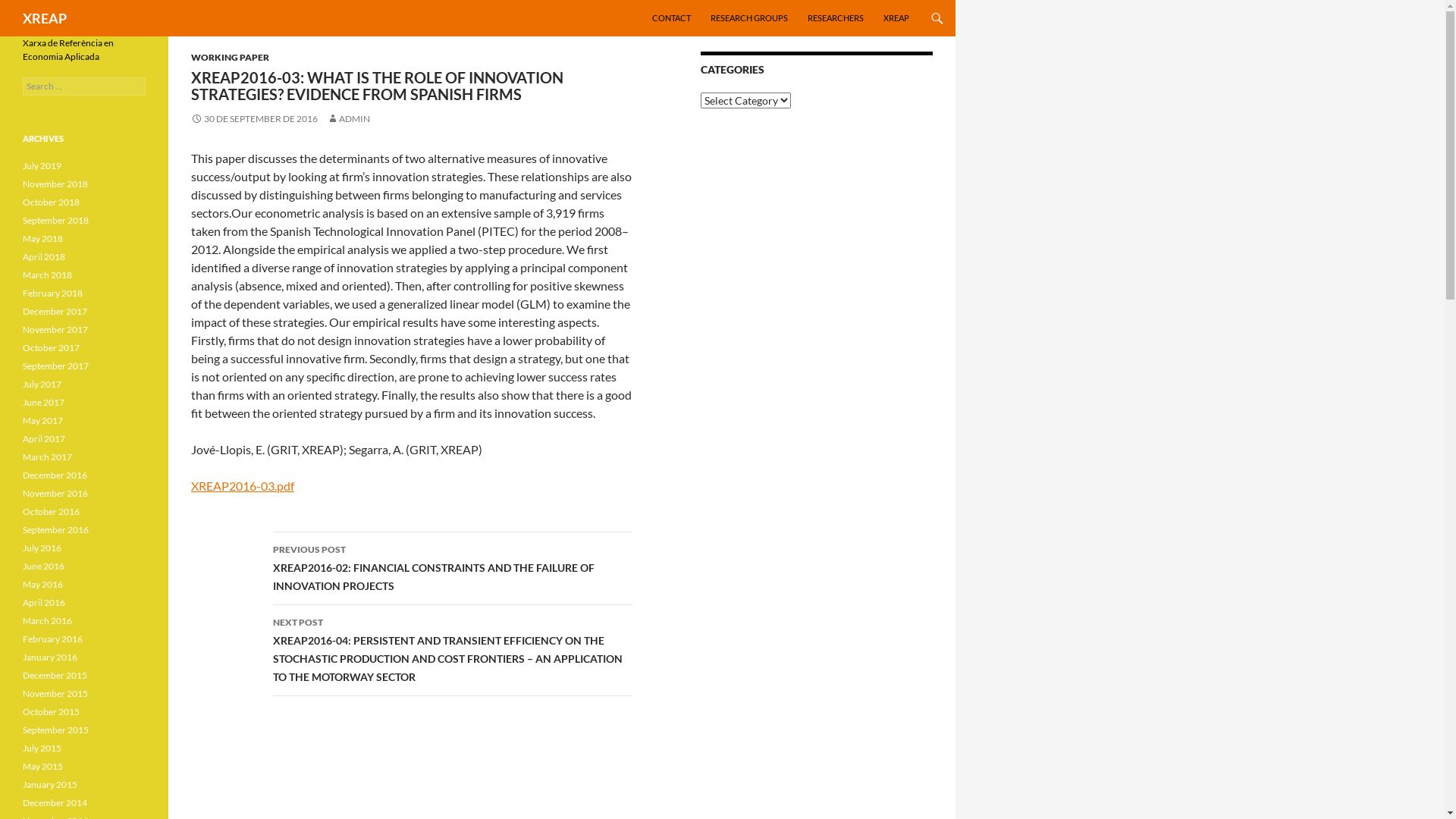 The width and height of the screenshot is (1456, 819). What do you see at coordinates (55, 474) in the screenshot?
I see `'December 2016'` at bounding box center [55, 474].